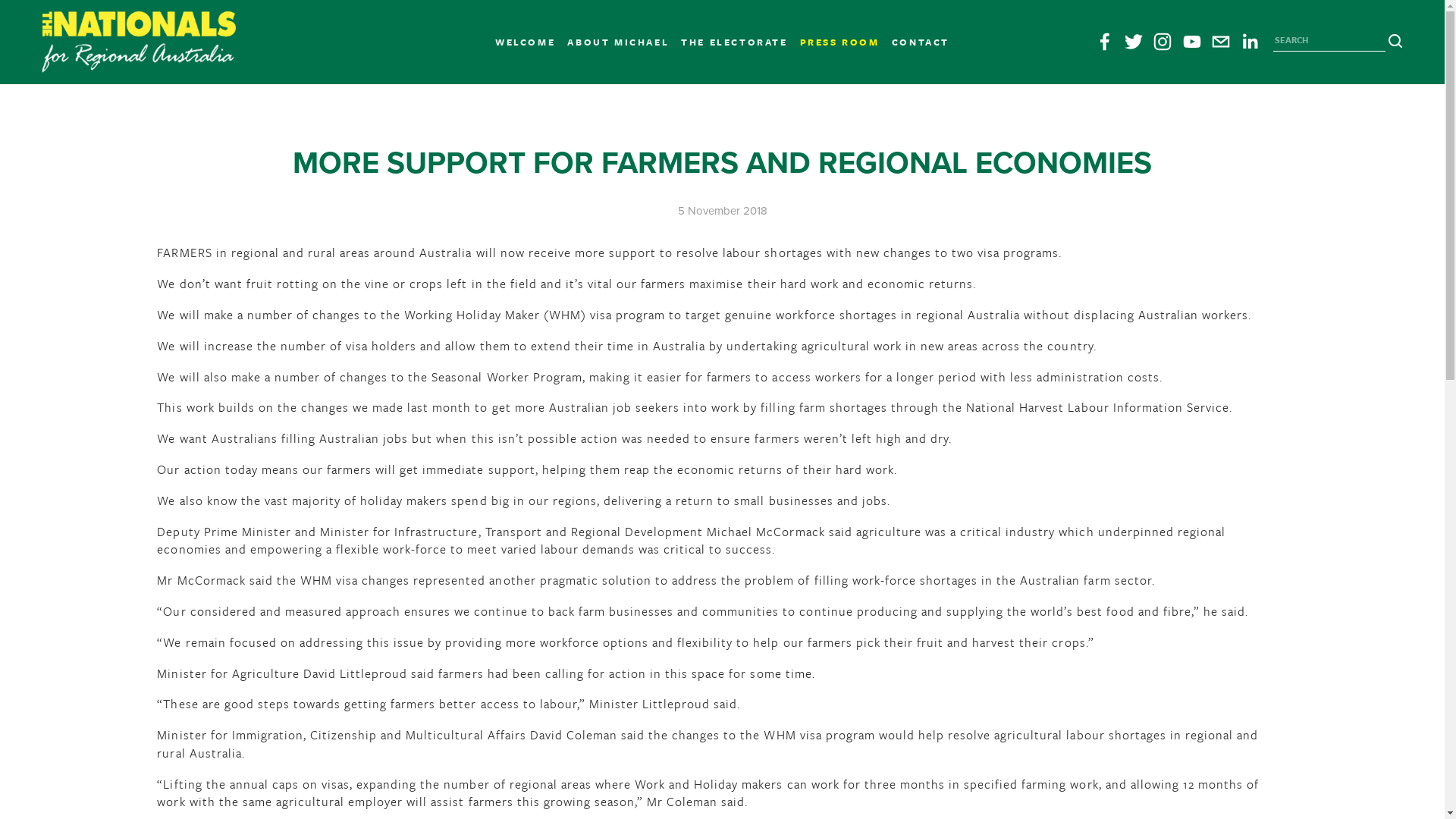 The width and height of the screenshot is (1456, 819). What do you see at coordinates (920, 40) in the screenshot?
I see `'CONTACT'` at bounding box center [920, 40].